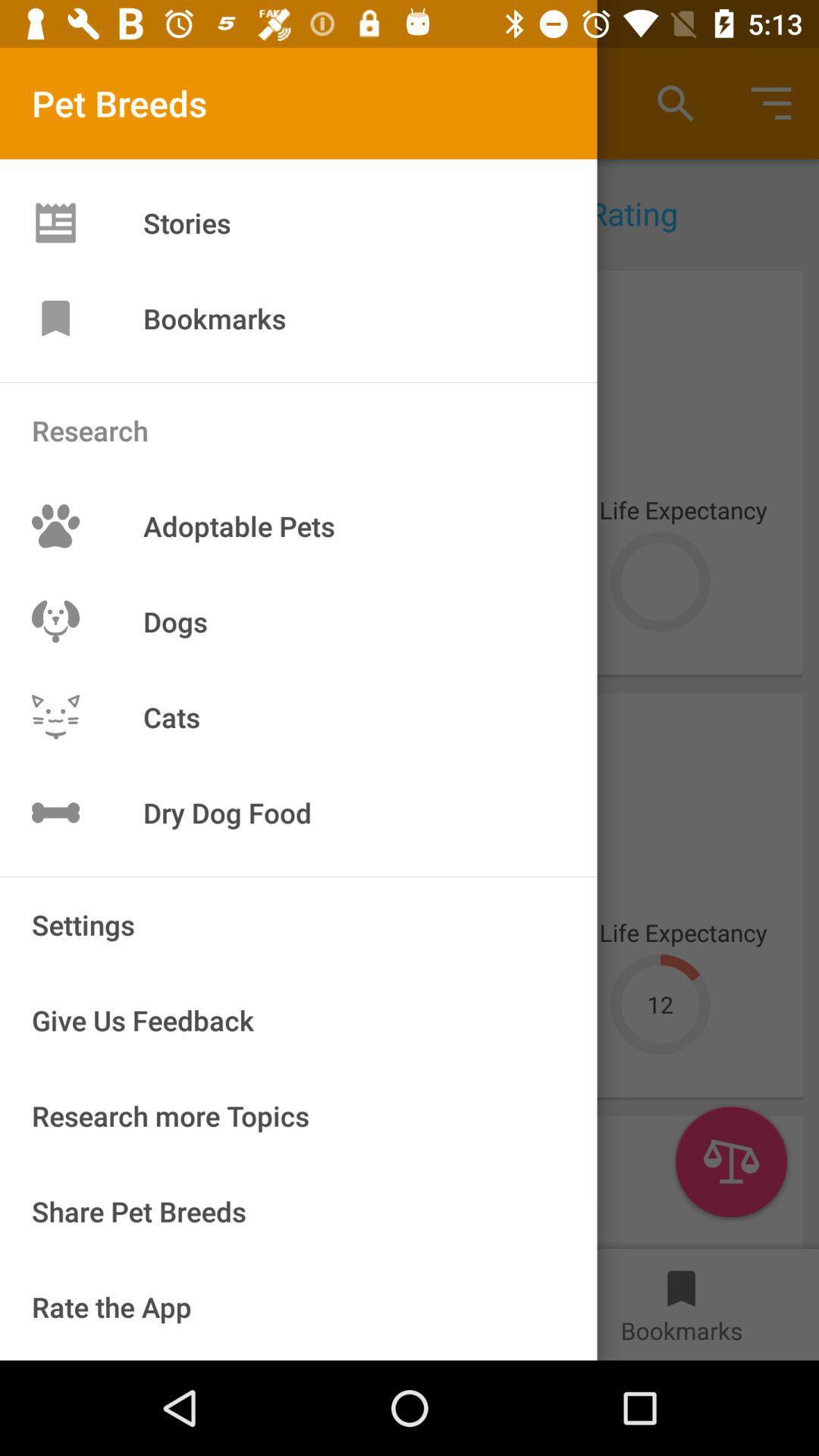  What do you see at coordinates (55, 811) in the screenshot?
I see `the image which is left side of dry dog food` at bounding box center [55, 811].